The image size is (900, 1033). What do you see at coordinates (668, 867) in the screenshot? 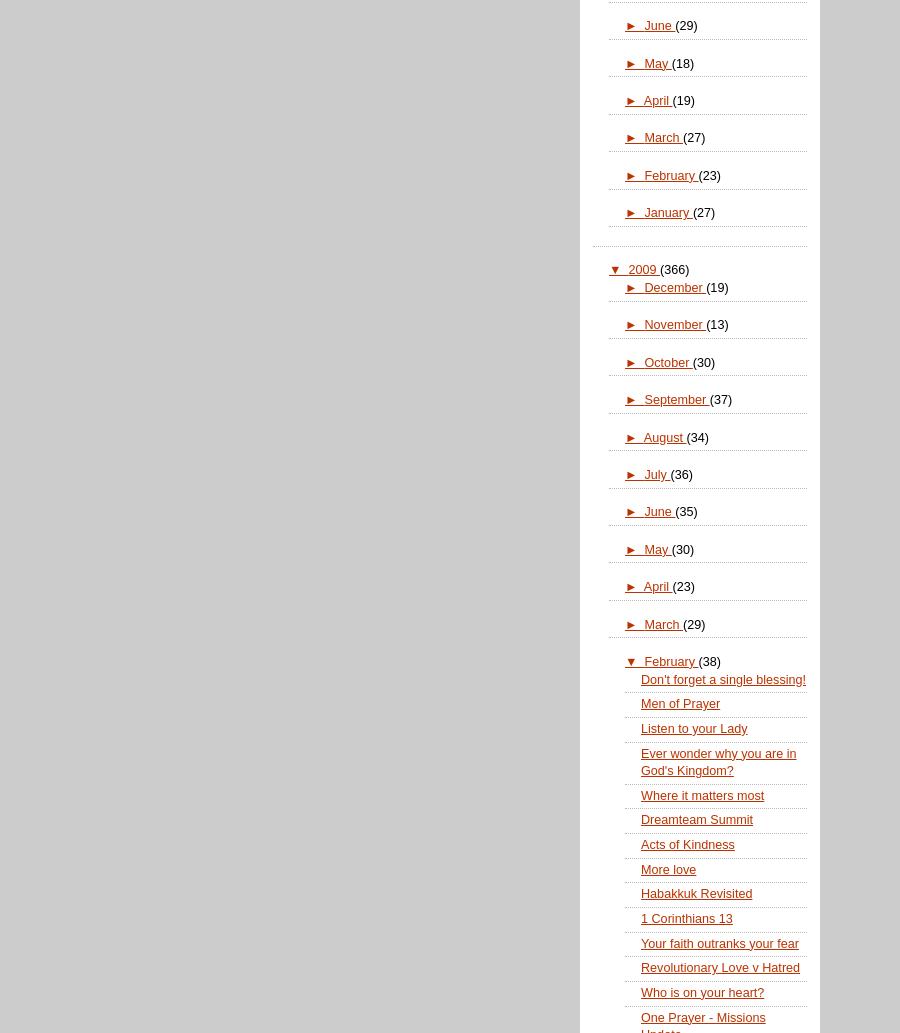
I see `'More love'` at bounding box center [668, 867].